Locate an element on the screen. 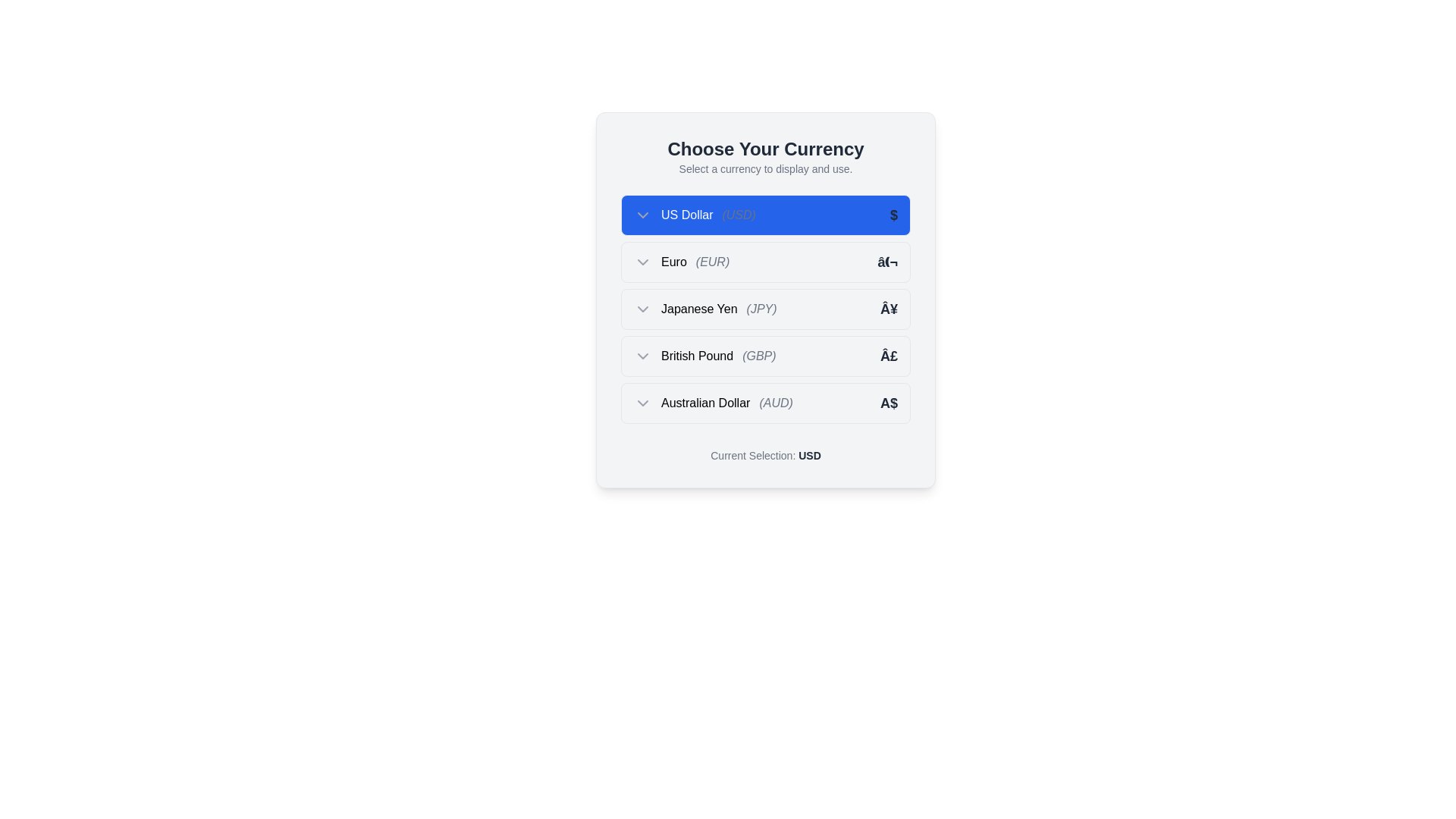  the fourth option in the dropdown menu representing the British Pound currency is located at coordinates (765, 356).